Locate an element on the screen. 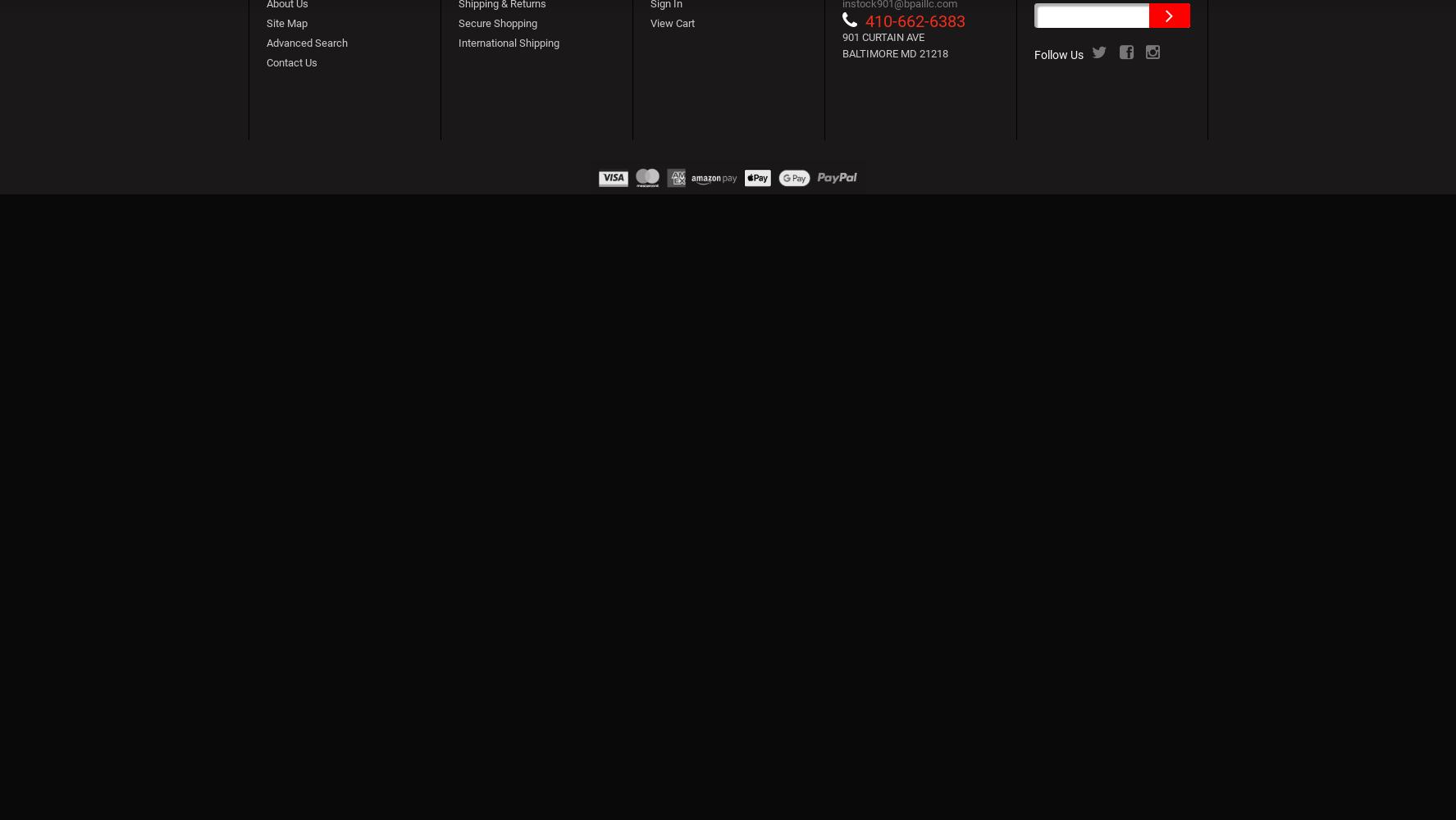 The image size is (1456, 820). '410-662-6383' is located at coordinates (915, 21).